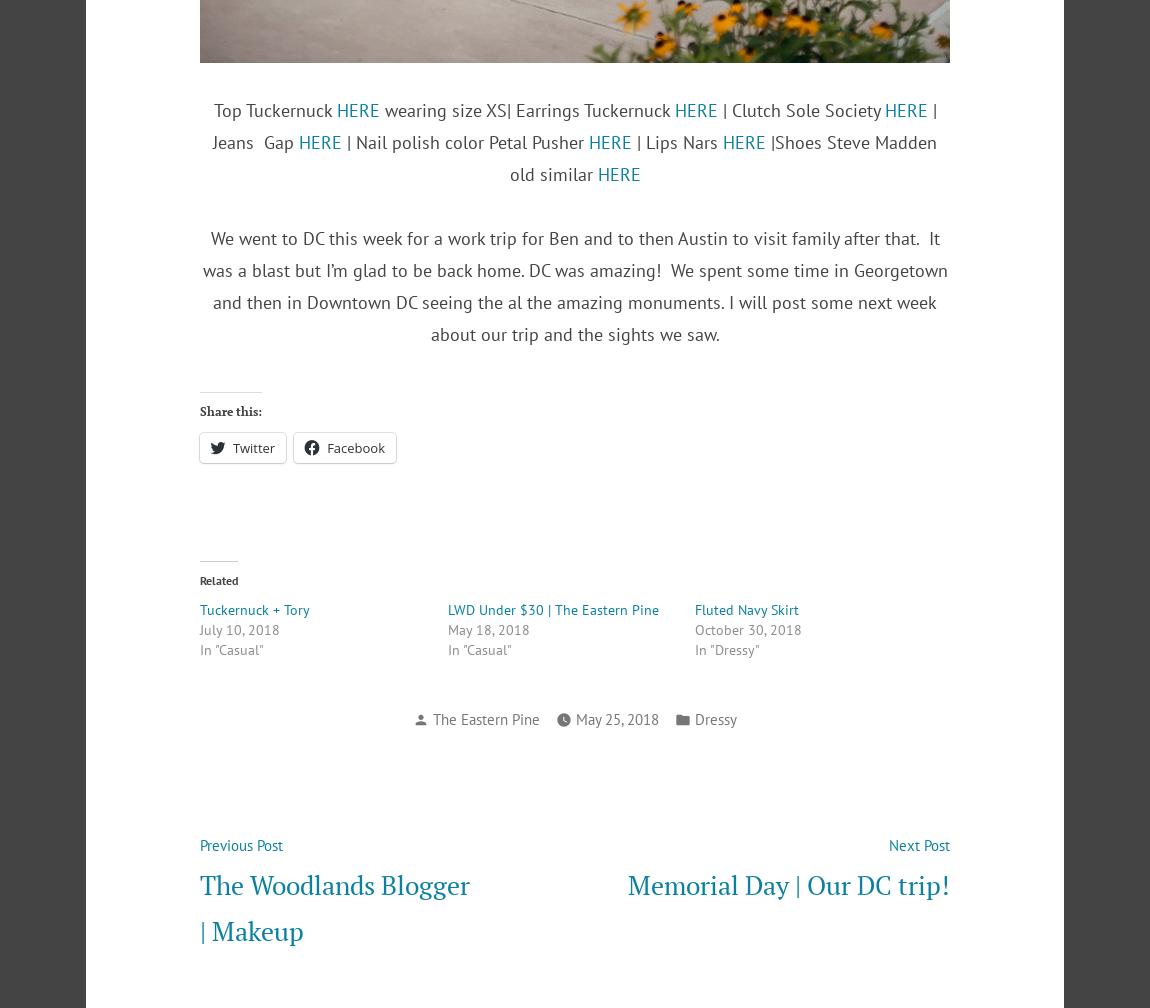  I want to click on 'wearing size XS| Earrings Tuckernuck', so click(526, 109).